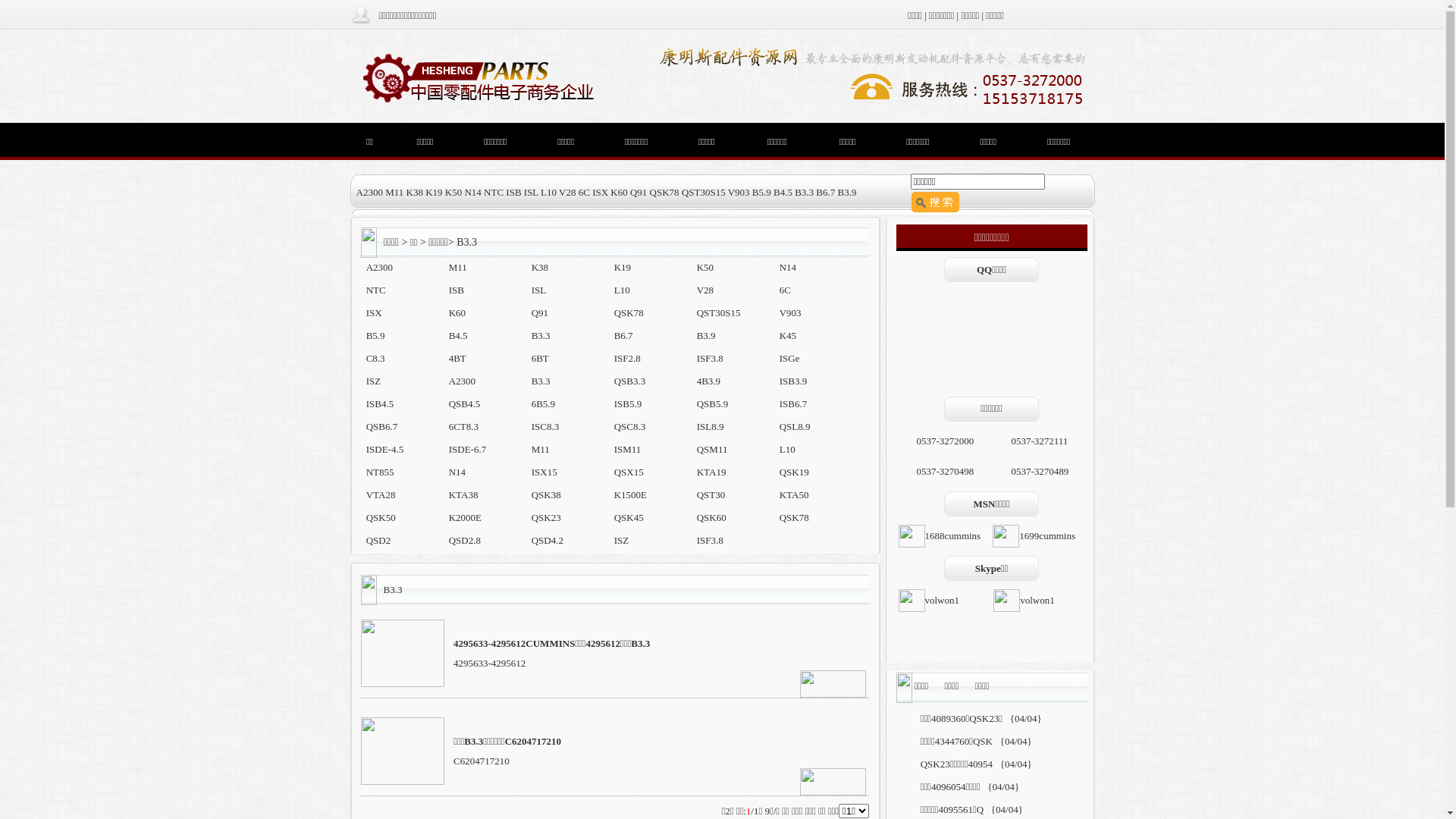 The width and height of the screenshot is (1456, 819). Describe the element at coordinates (539, 266) in the screenshot. I see `'K38'` at that location.